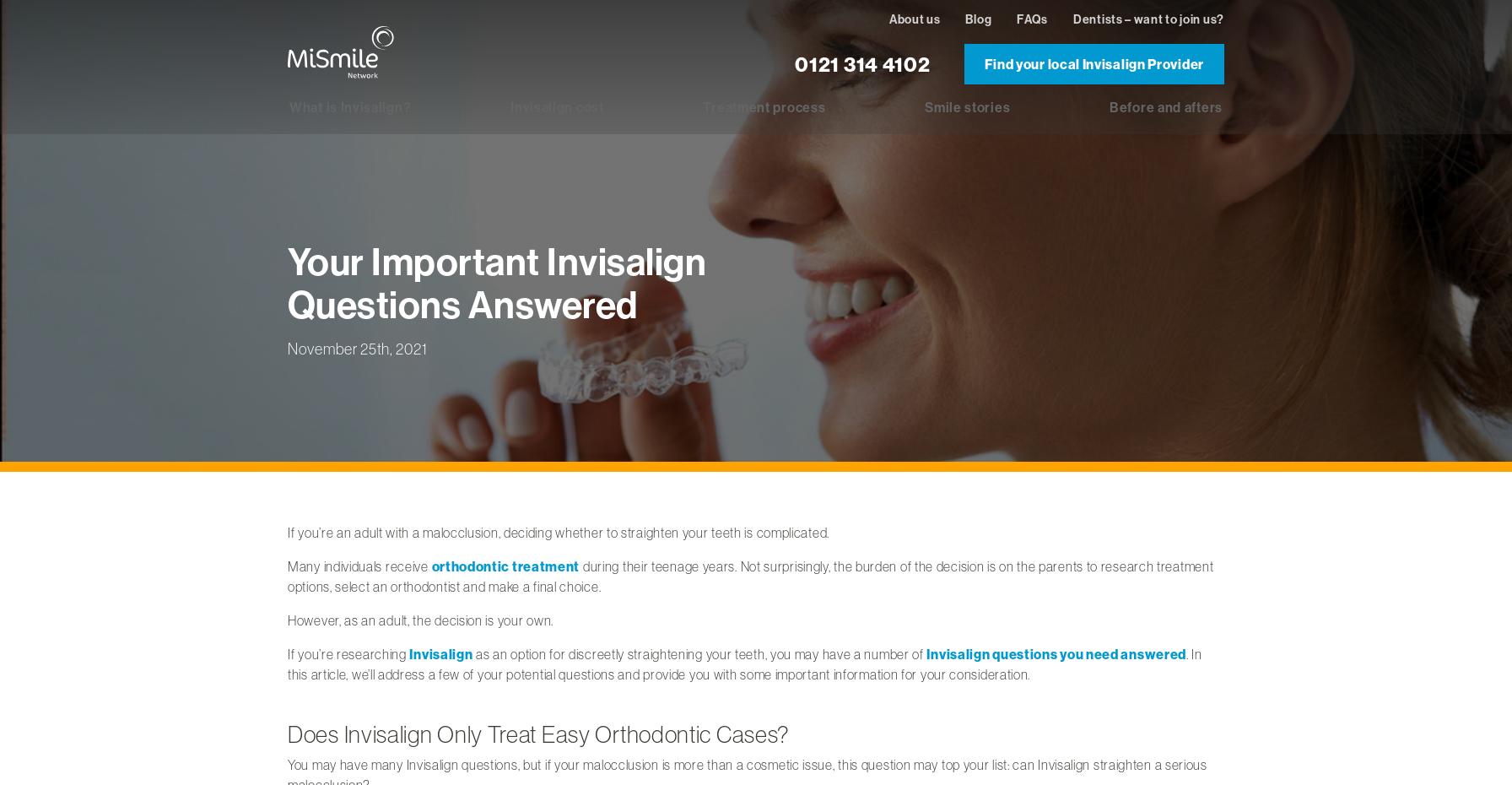  What do you see at coordinates (702, 106) in the screenshot?
I see `'Treatment process'` at bounding box center [702, 106].